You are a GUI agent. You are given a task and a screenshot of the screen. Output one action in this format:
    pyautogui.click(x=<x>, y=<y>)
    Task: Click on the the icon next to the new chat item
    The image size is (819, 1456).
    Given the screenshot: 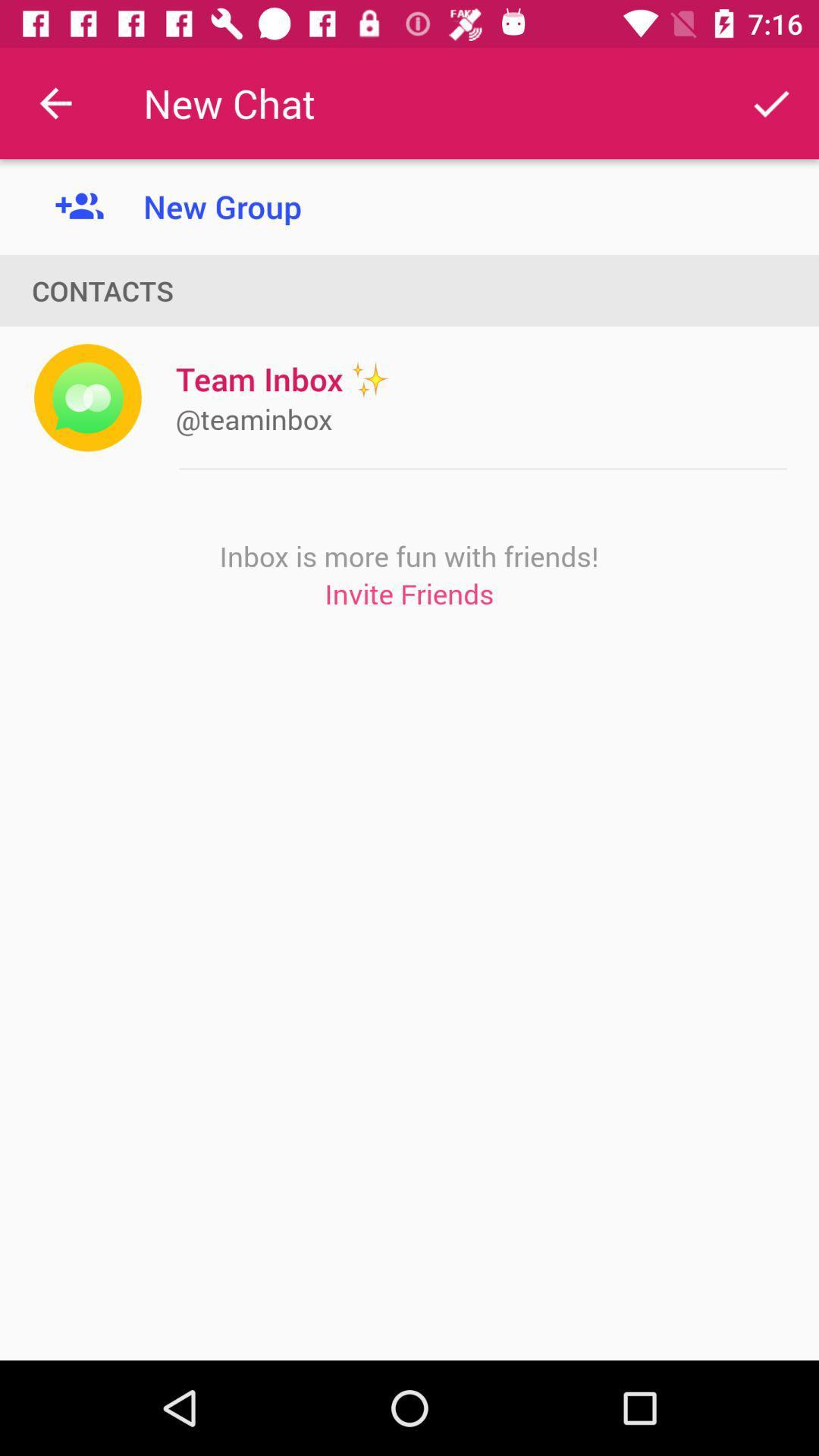 What is the action you would take?
    pyautogui.click(x=771, y=102)
    